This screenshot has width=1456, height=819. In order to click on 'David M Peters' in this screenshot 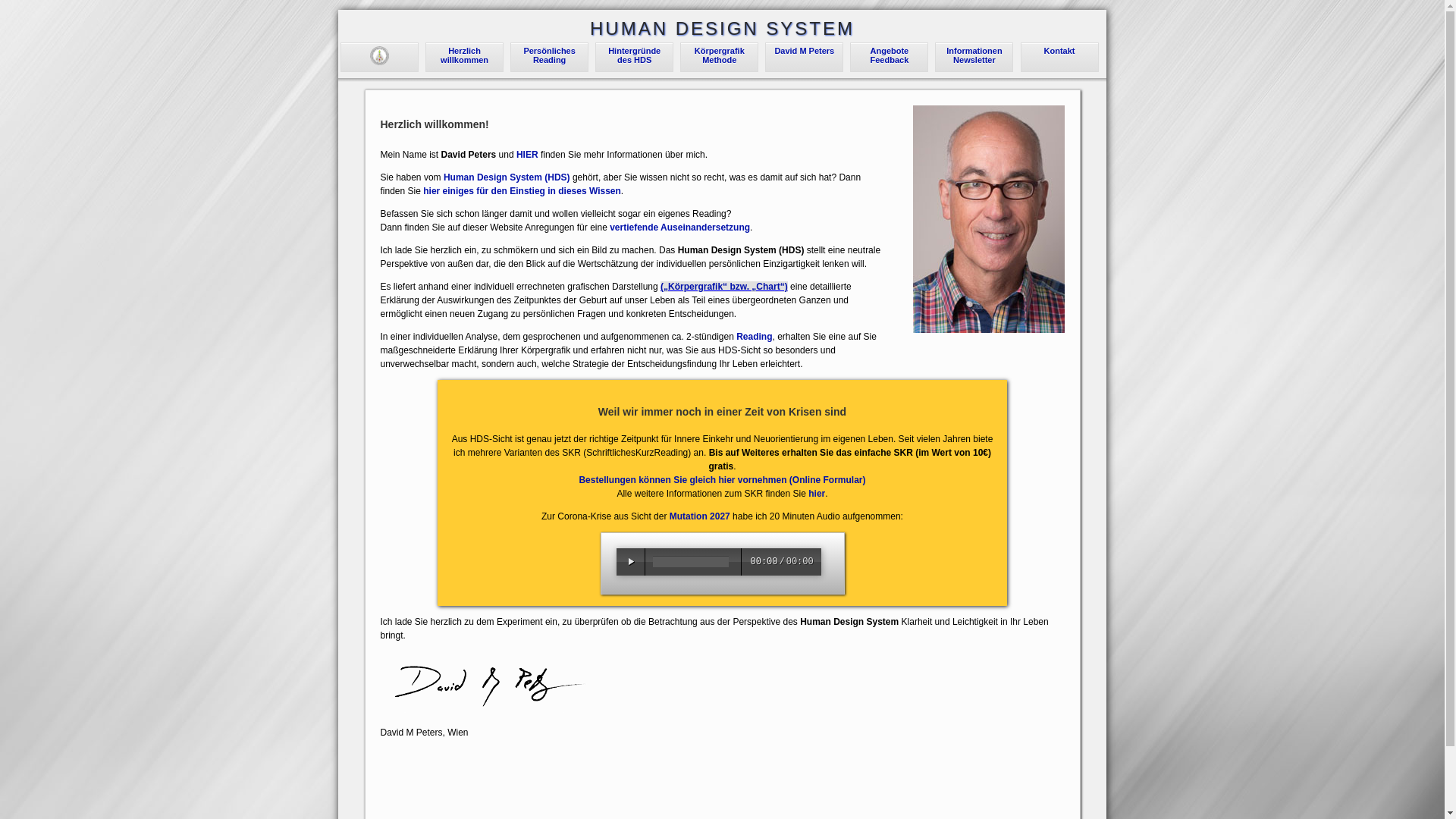, I will do `click(803, 49)`.